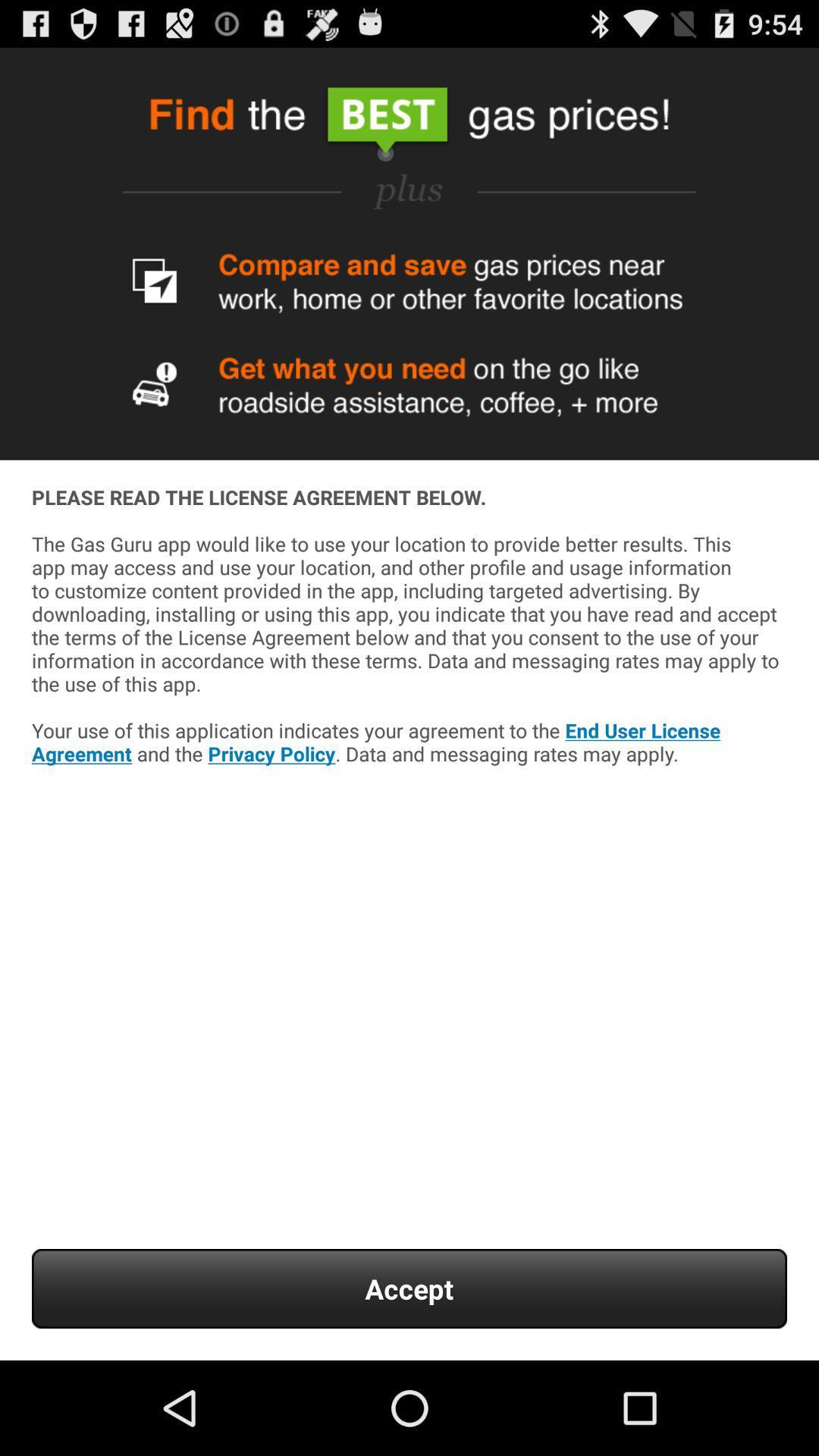  Describe the element at coordinates (409, 1288) in the screenshot. I see `the accept icon` at that location.